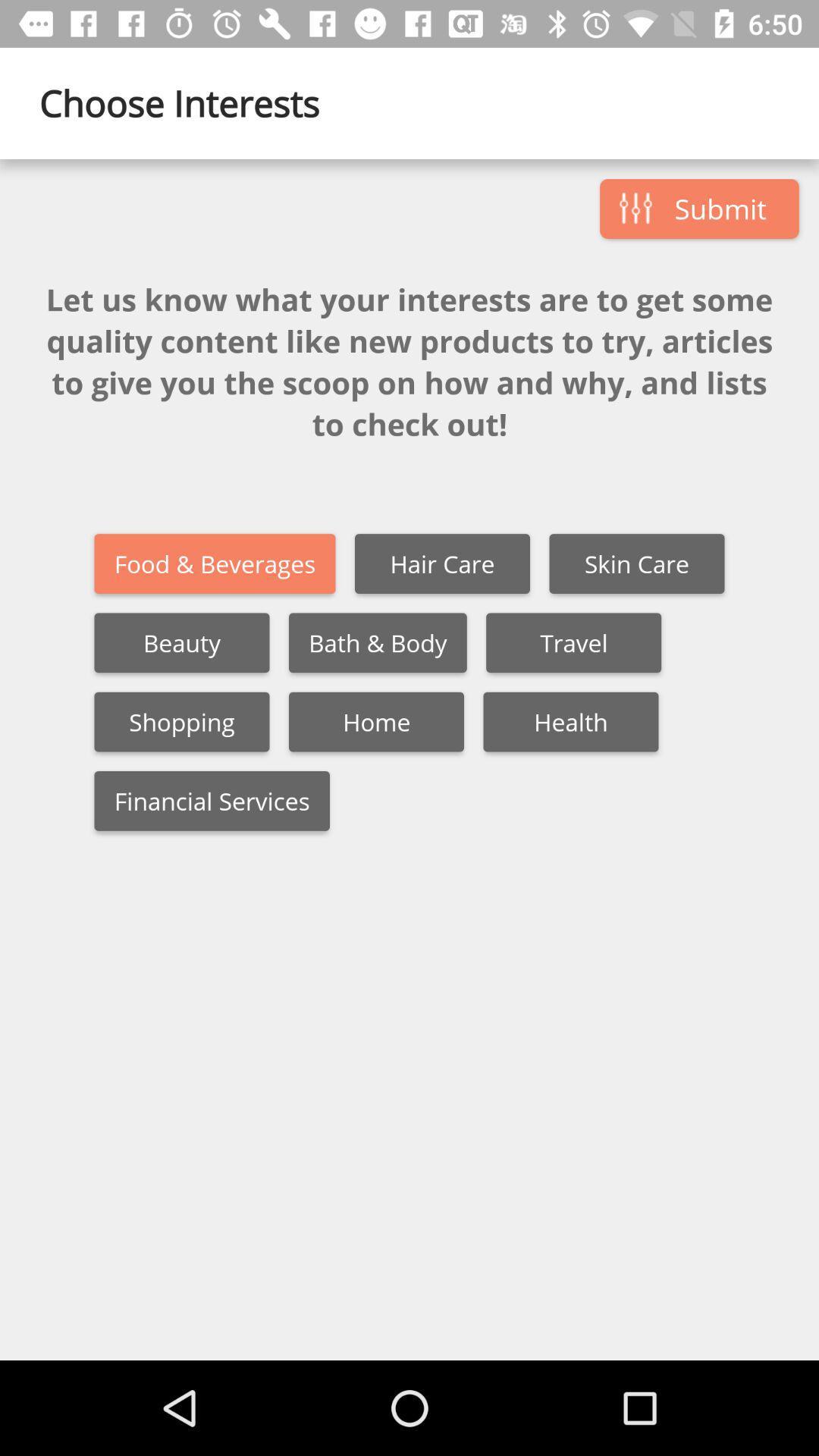 The height and width of the screenshot is (1456, 819). What do you see at coordinates (377, 642) in the screenshot?
I see `the item below the food & beverages` at bounding box center [377, 642].